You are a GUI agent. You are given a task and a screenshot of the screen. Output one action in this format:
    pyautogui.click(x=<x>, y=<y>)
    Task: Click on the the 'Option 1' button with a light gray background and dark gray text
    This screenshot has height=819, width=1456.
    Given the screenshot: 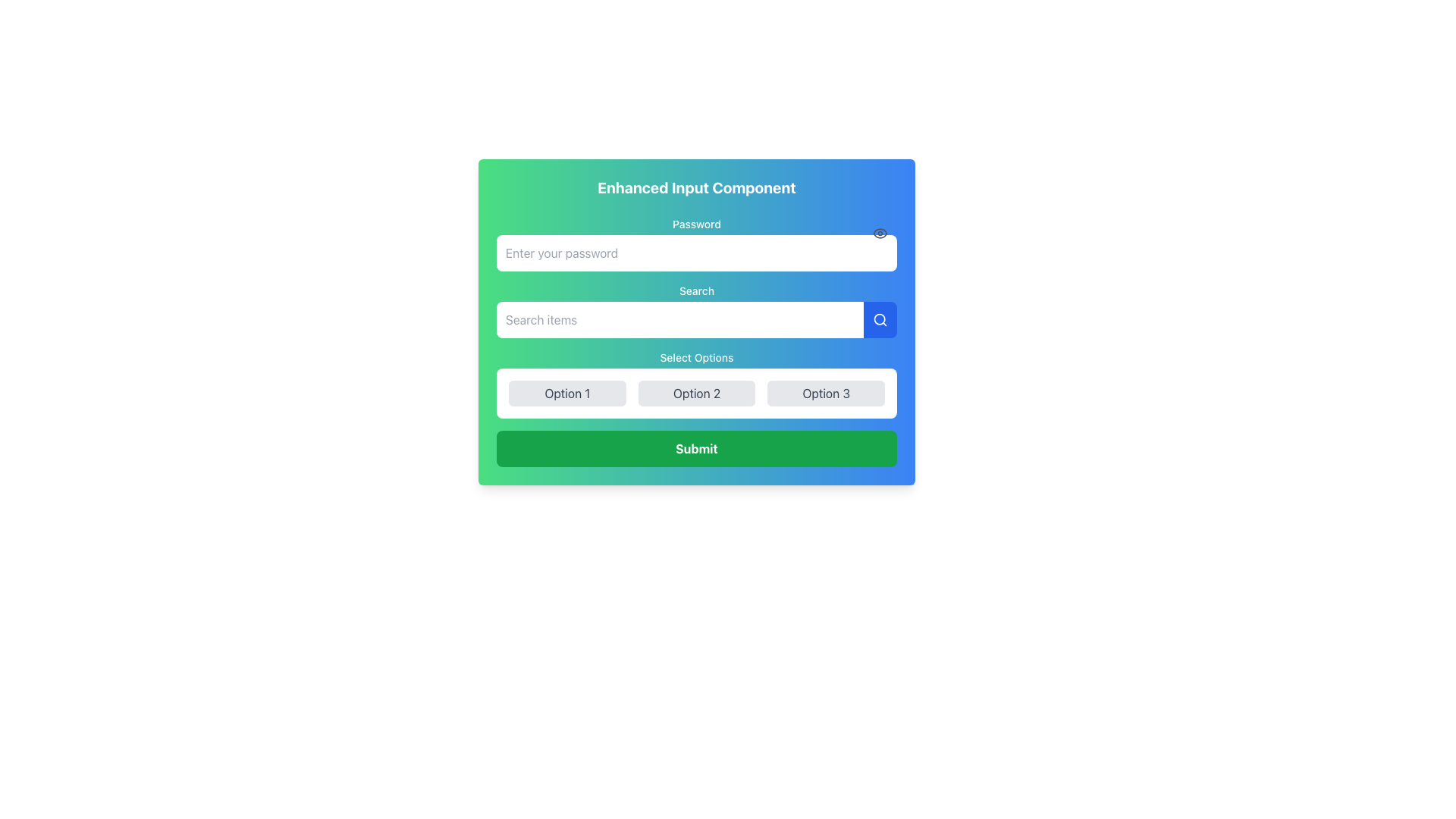 What is the action you would take?
    pyautogui.click(x=566, y=393)
    